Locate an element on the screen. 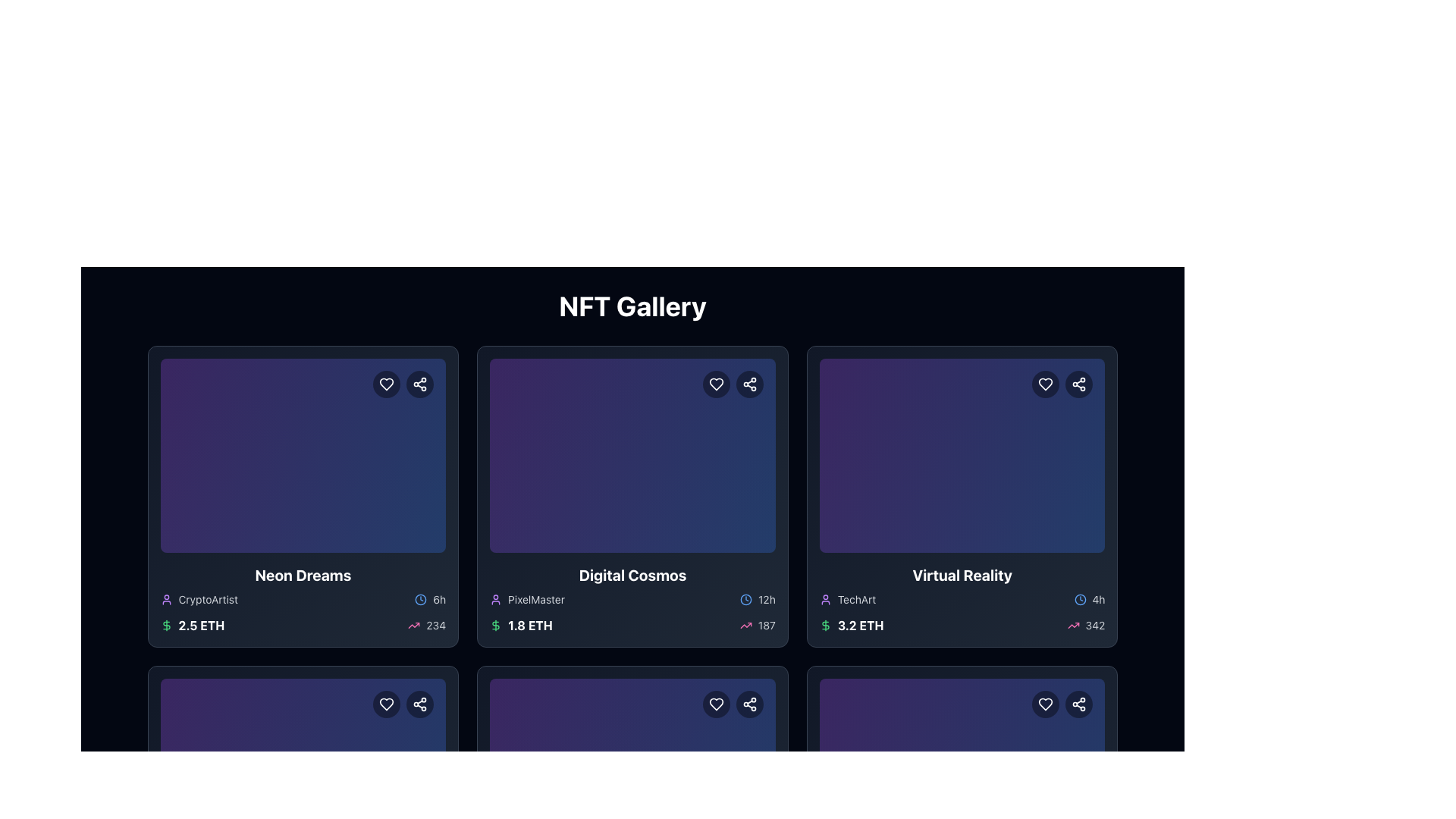 This screenshot has height=819, width=1456. the share icon styled as a connected nodes diagram, which is white and set against a black circular background, located in the top-right corner of the item card in the second position from the left in the top row is located at coordinates (749, 704).